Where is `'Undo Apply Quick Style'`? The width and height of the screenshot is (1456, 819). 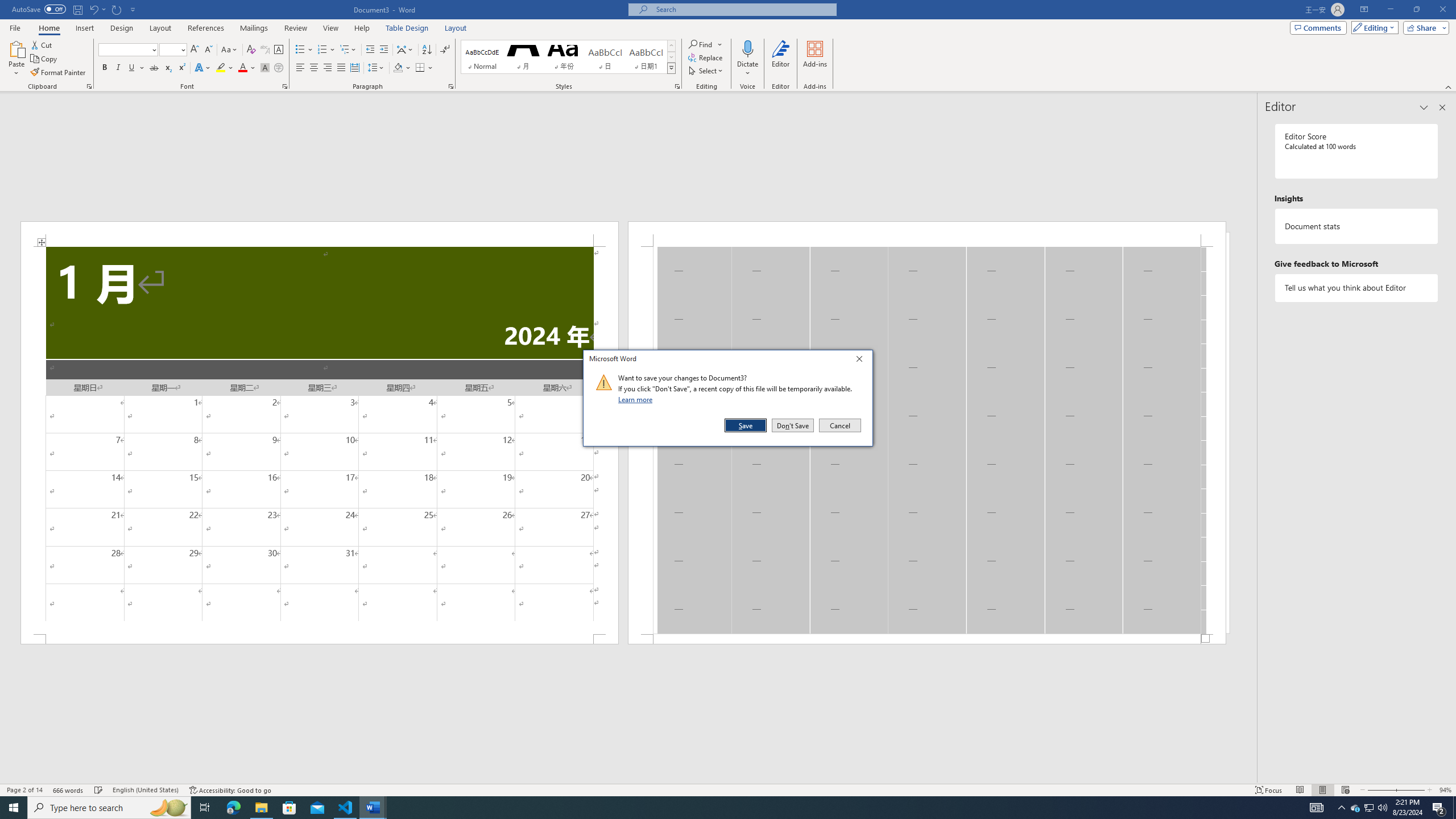 'Undo Apply Quick Style' is located at coordinates (97, 9).